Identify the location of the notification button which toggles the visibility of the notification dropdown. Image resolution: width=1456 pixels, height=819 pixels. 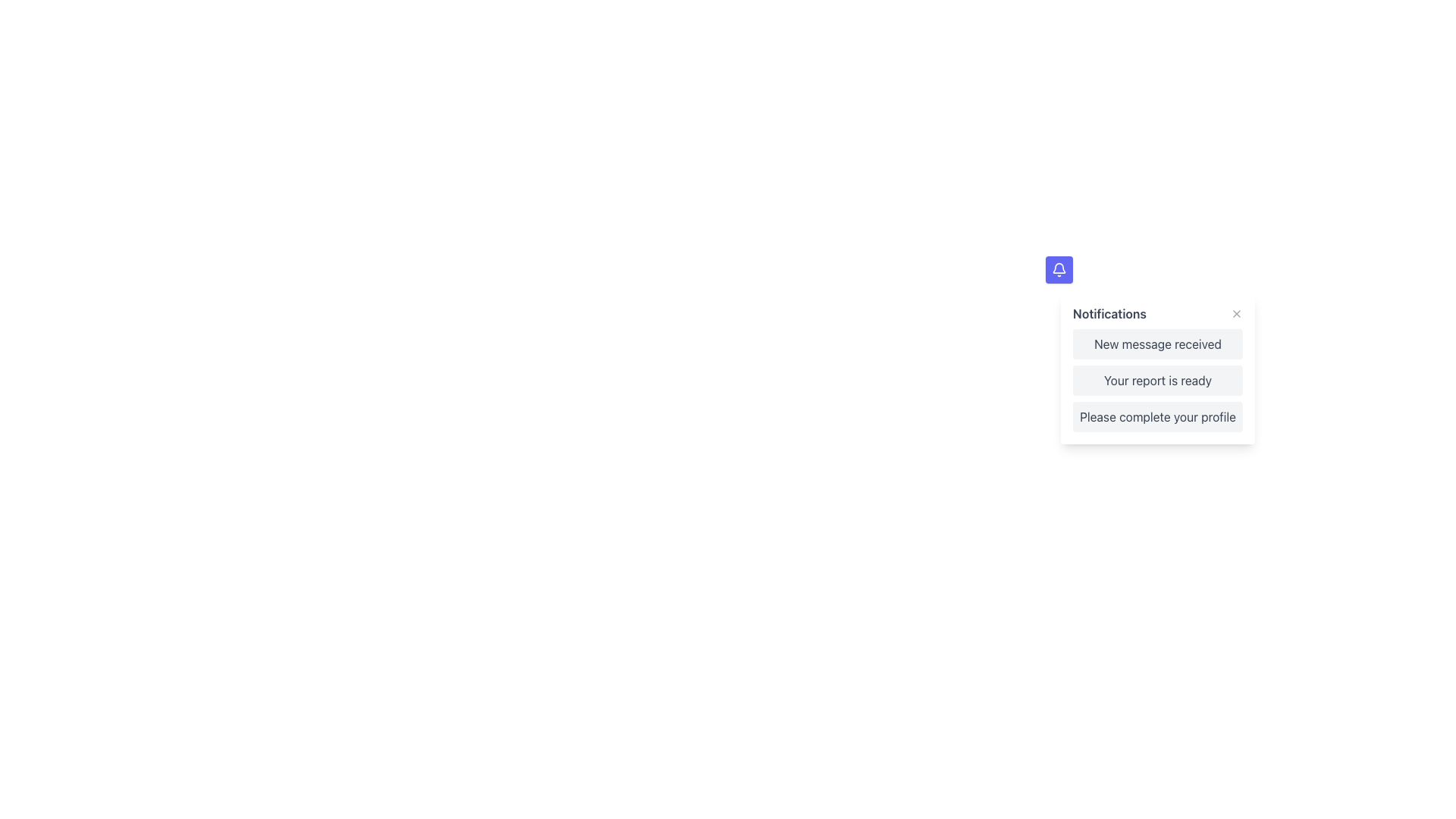
(1058, 268).